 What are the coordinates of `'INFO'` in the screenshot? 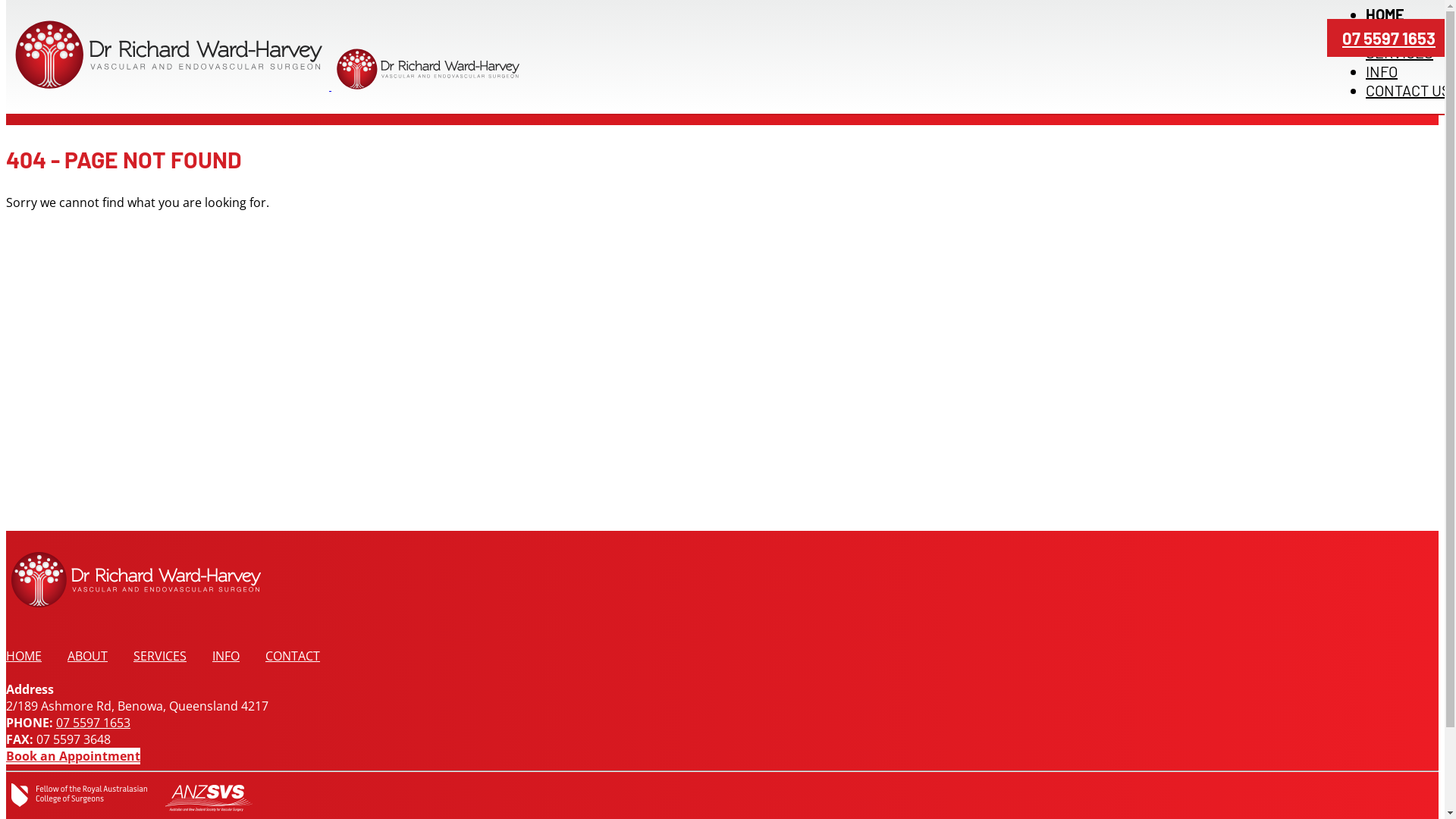 It's located at (224, 654).